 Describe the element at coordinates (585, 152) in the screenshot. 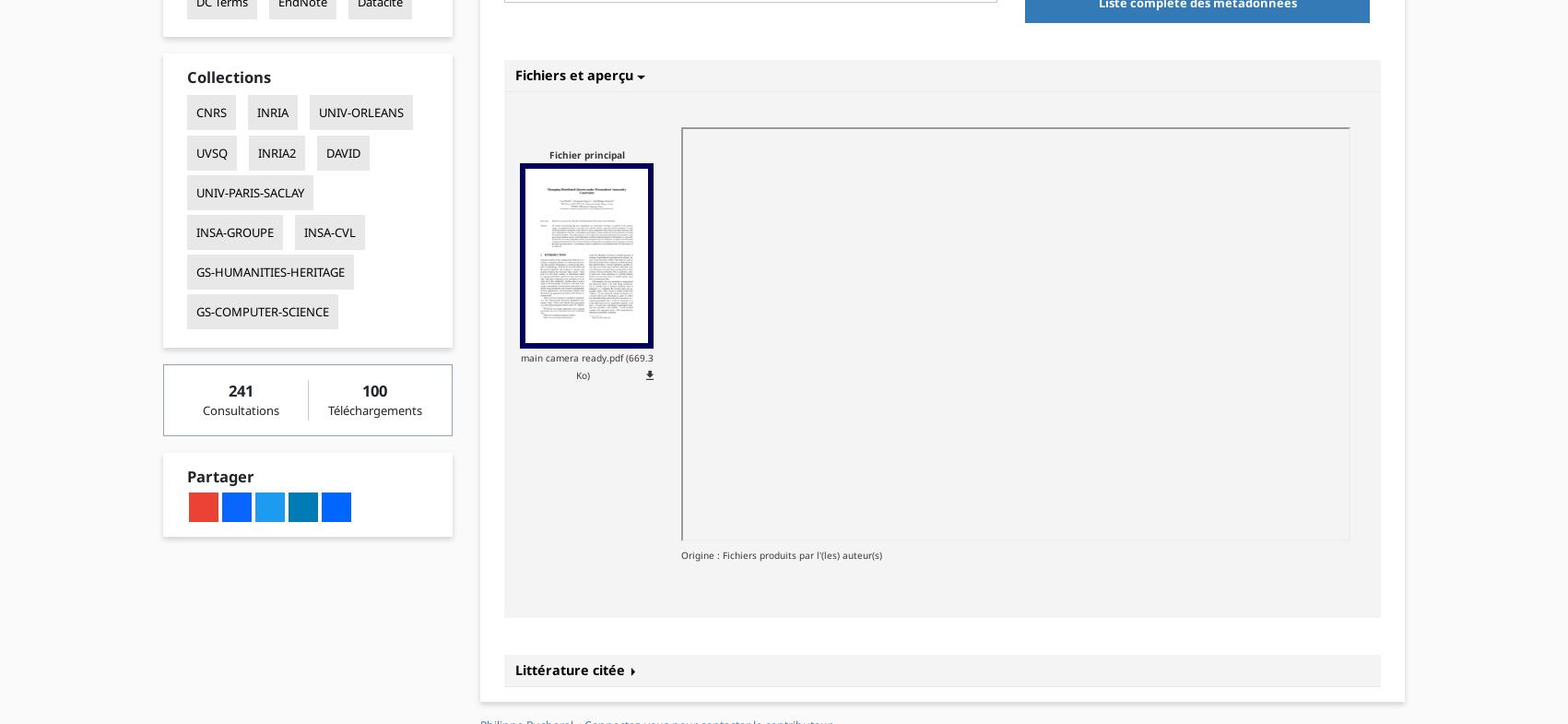

I see `'Fichier principal'` at that location.